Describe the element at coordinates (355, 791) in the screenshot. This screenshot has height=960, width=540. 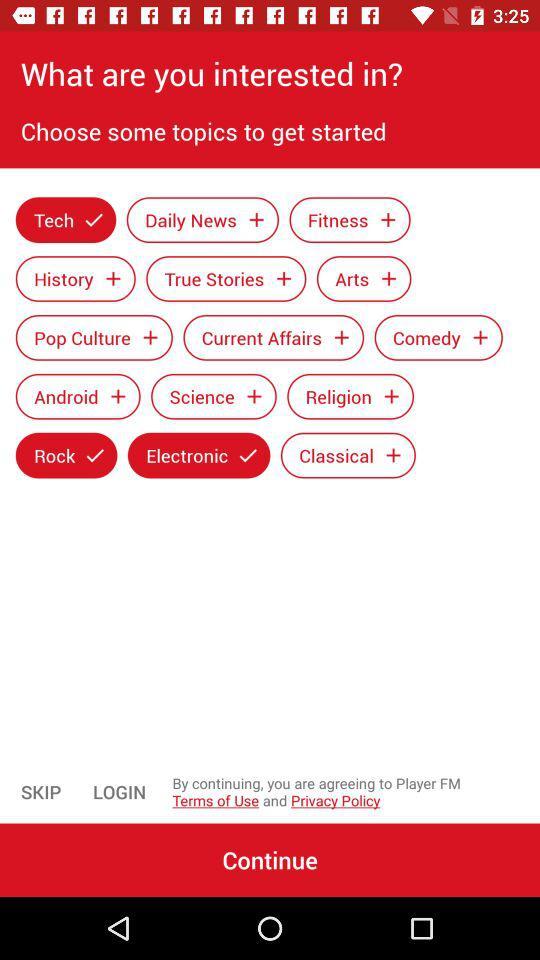
I see `the item to the right of the login icon` at that location.